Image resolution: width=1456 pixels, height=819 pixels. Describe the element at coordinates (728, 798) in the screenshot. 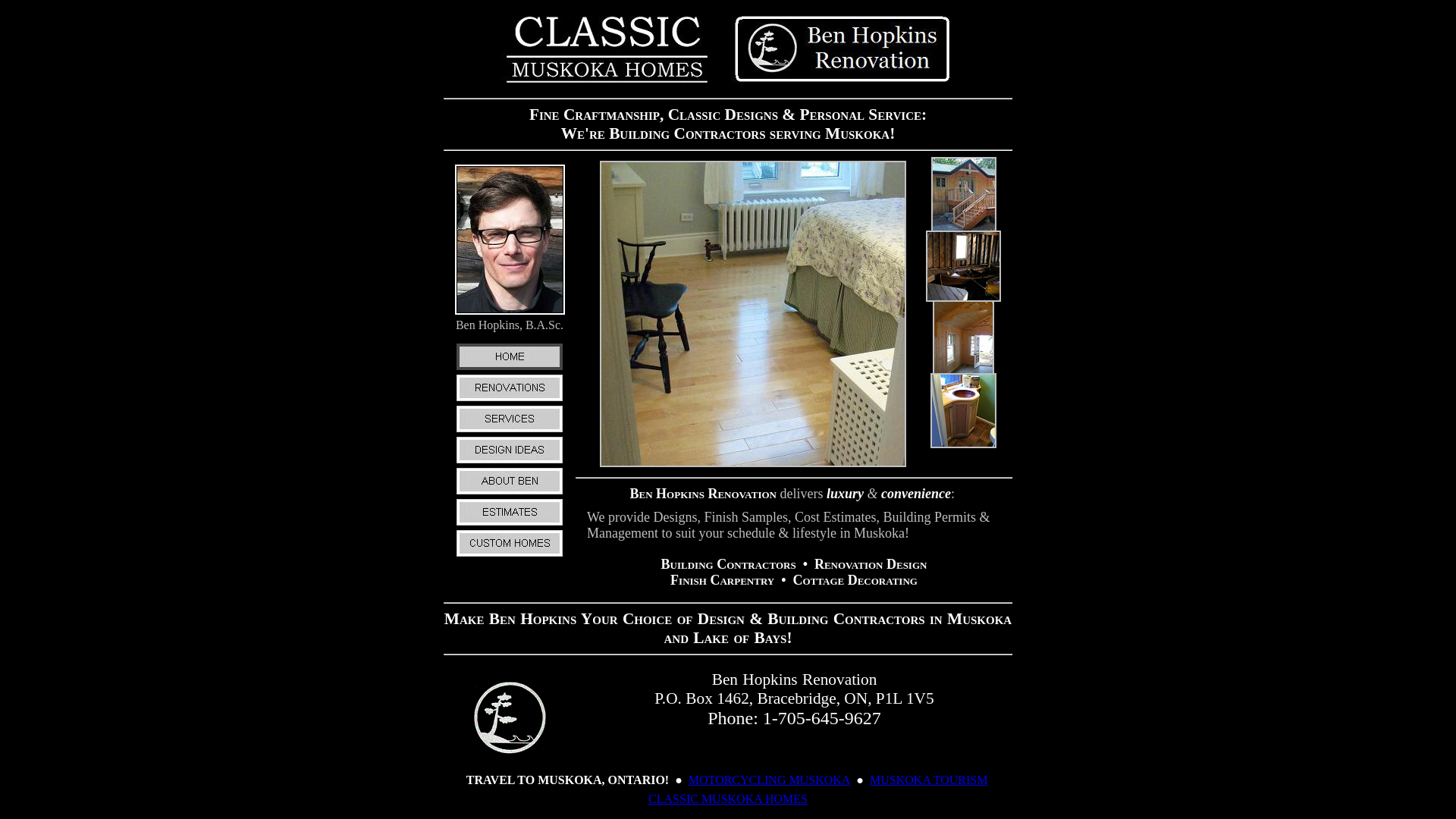

I see `'CLASSIC MUSKOKA HOMES'` at that location.